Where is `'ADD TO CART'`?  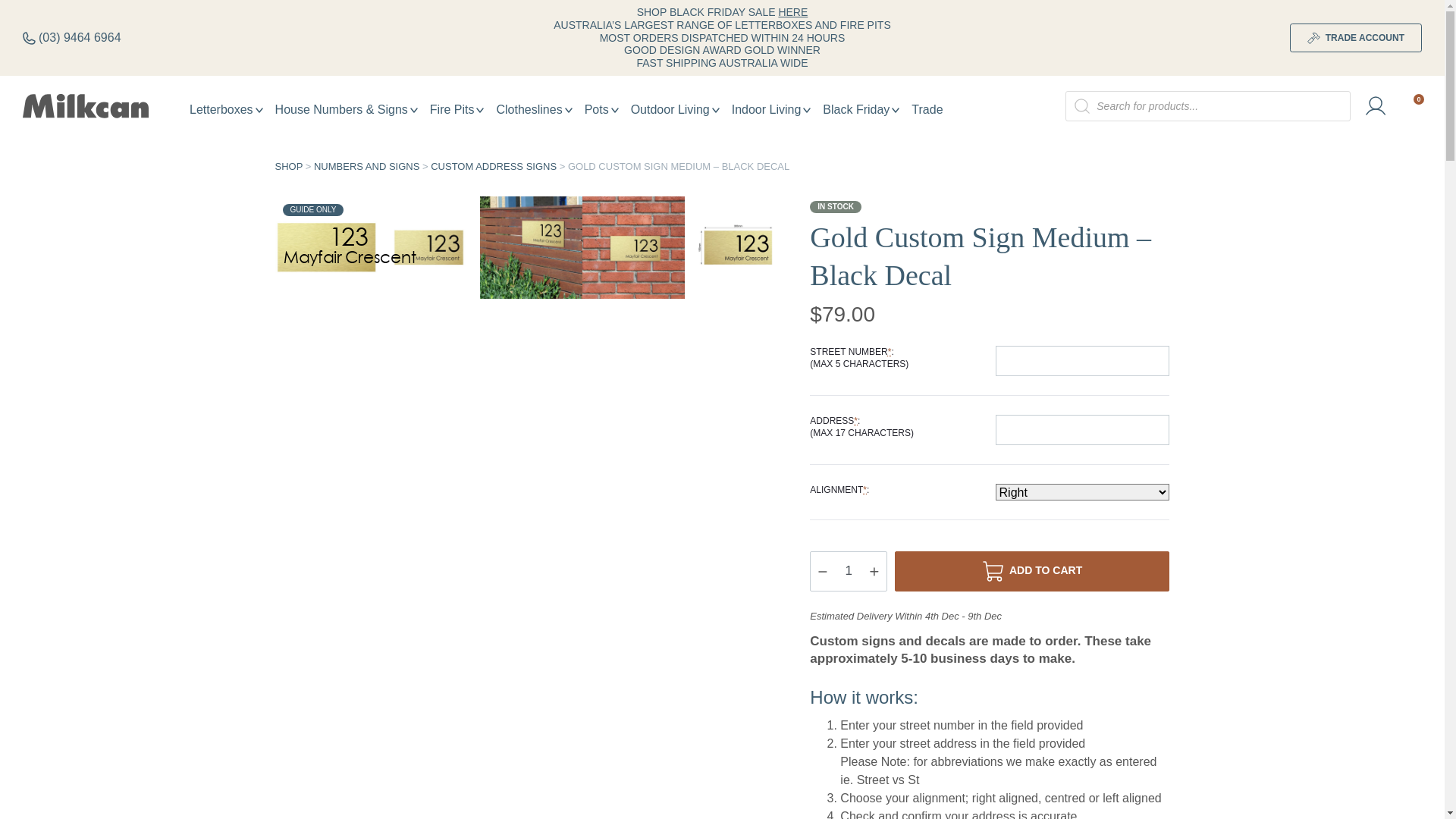 'ADD TO CART' is located at coordinates (1031, 571).